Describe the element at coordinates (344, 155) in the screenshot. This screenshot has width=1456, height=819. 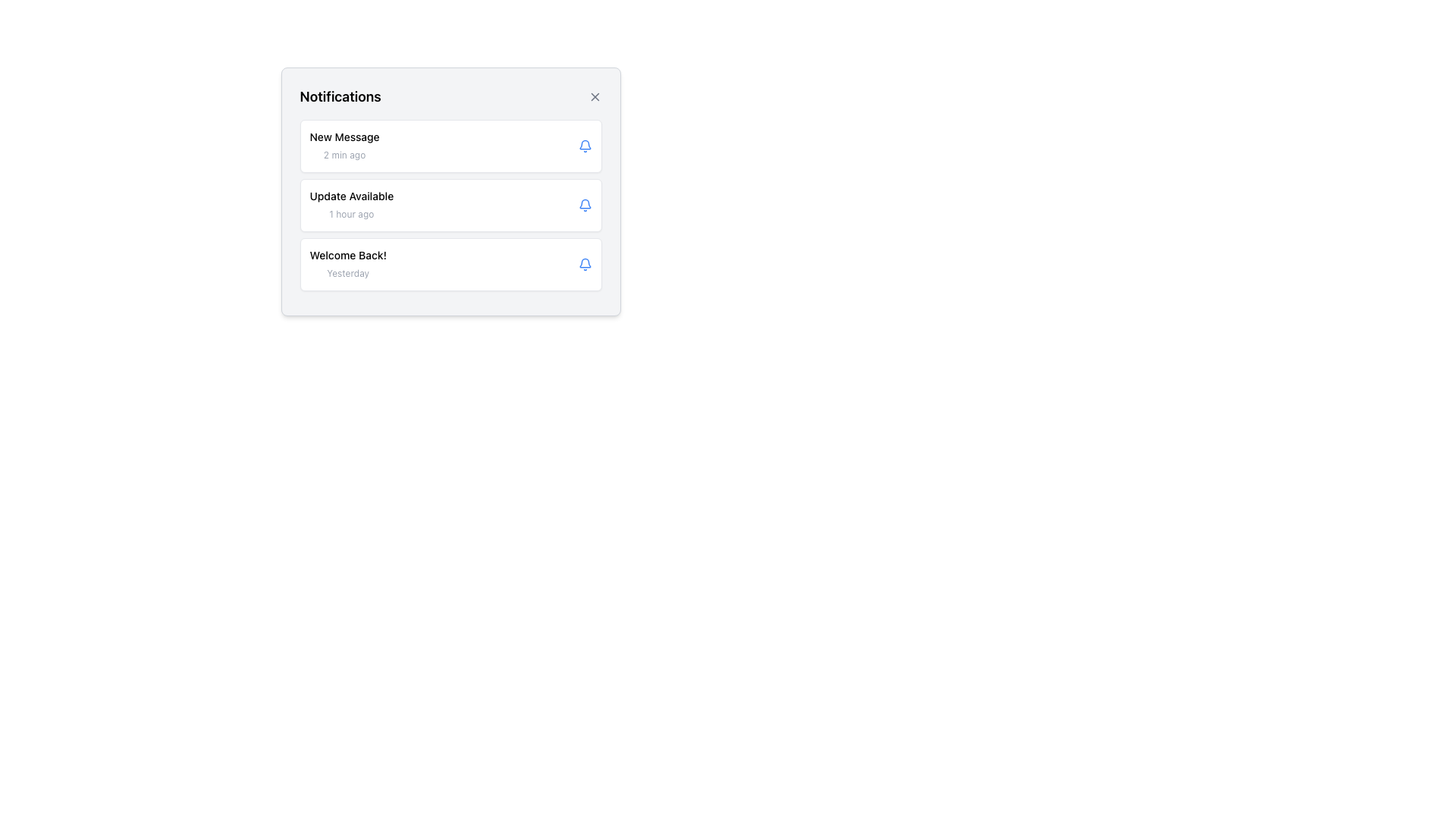
I see `the text label displaying '2 min ago' located below the title 'New Message' in the third notification card` at that location.